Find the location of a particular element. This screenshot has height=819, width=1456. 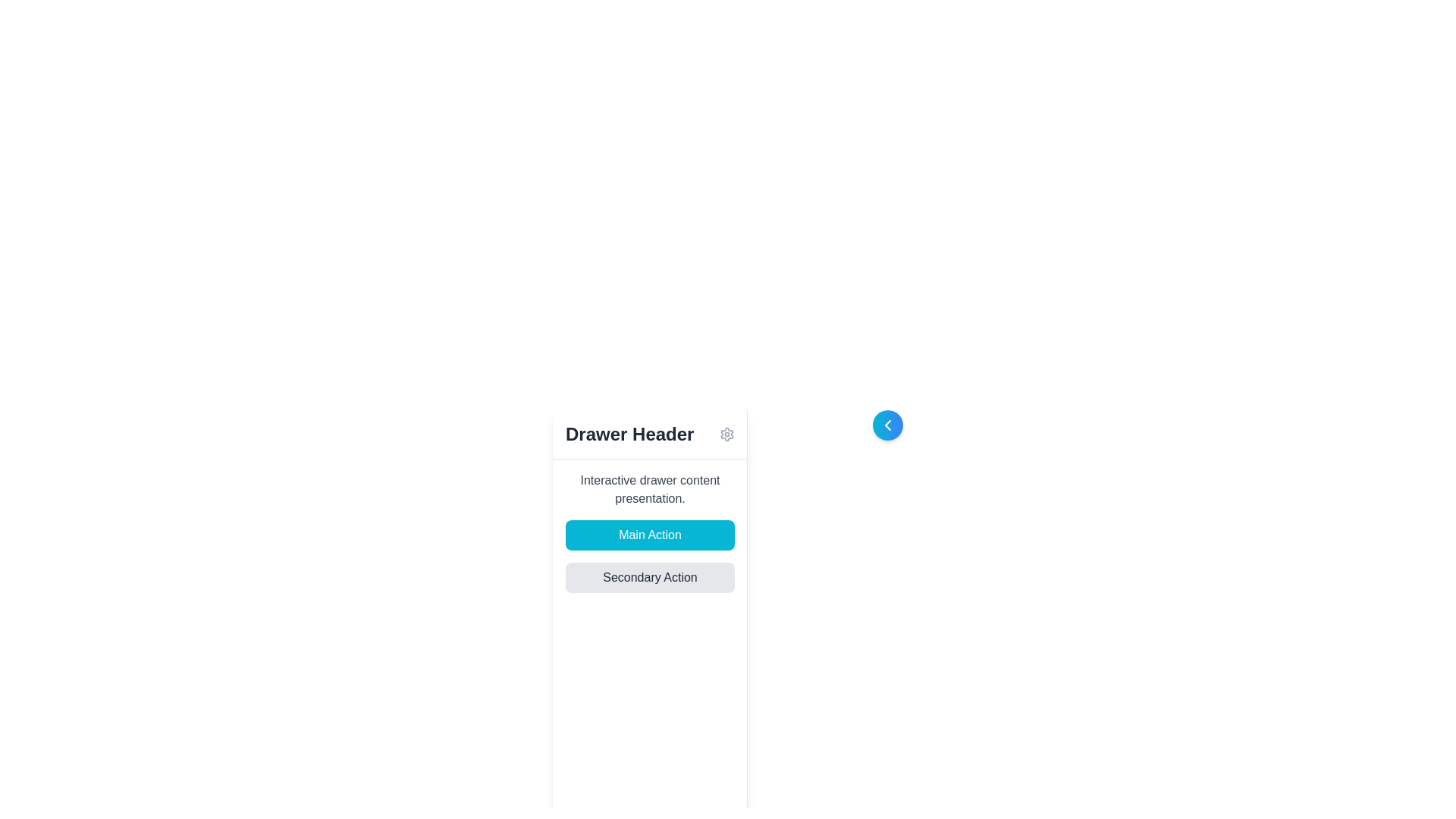

the gear icon located on the right side of the 'Drawer Header' is located at coordinates (726, 435).